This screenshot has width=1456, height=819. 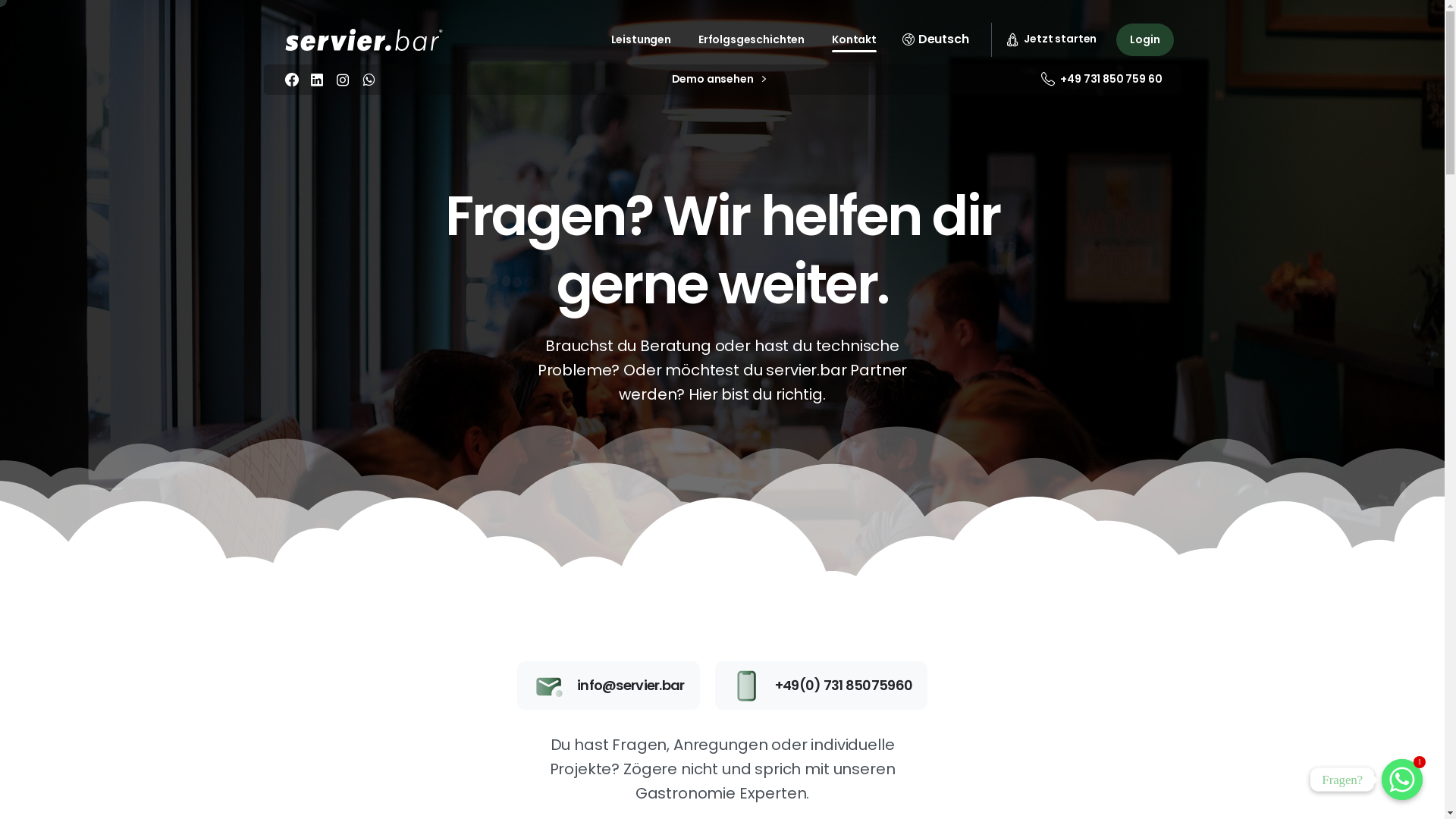 What do you see at coordinates (718, 79) in the screenshot?
I see `'Demo ansehen'` at bounding box center [718, 79].